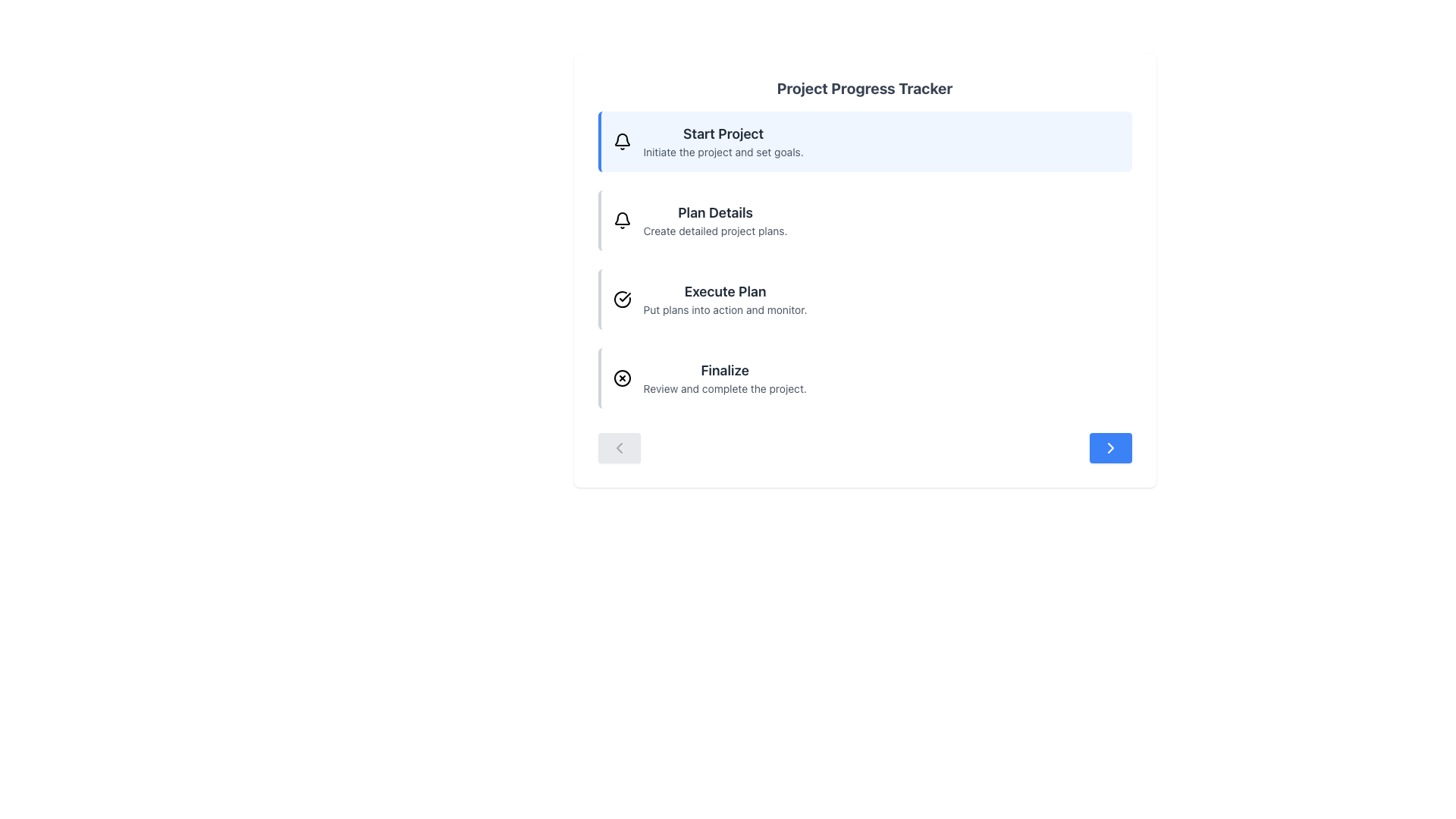 The width and height of the screenshot is (1456, 819). I want to click on the blue rectangular button with rounded corners and a white rightward arrow, located at the bottom-right corner of the content area adjacent to the flow navigation section, so click(1110, 447).